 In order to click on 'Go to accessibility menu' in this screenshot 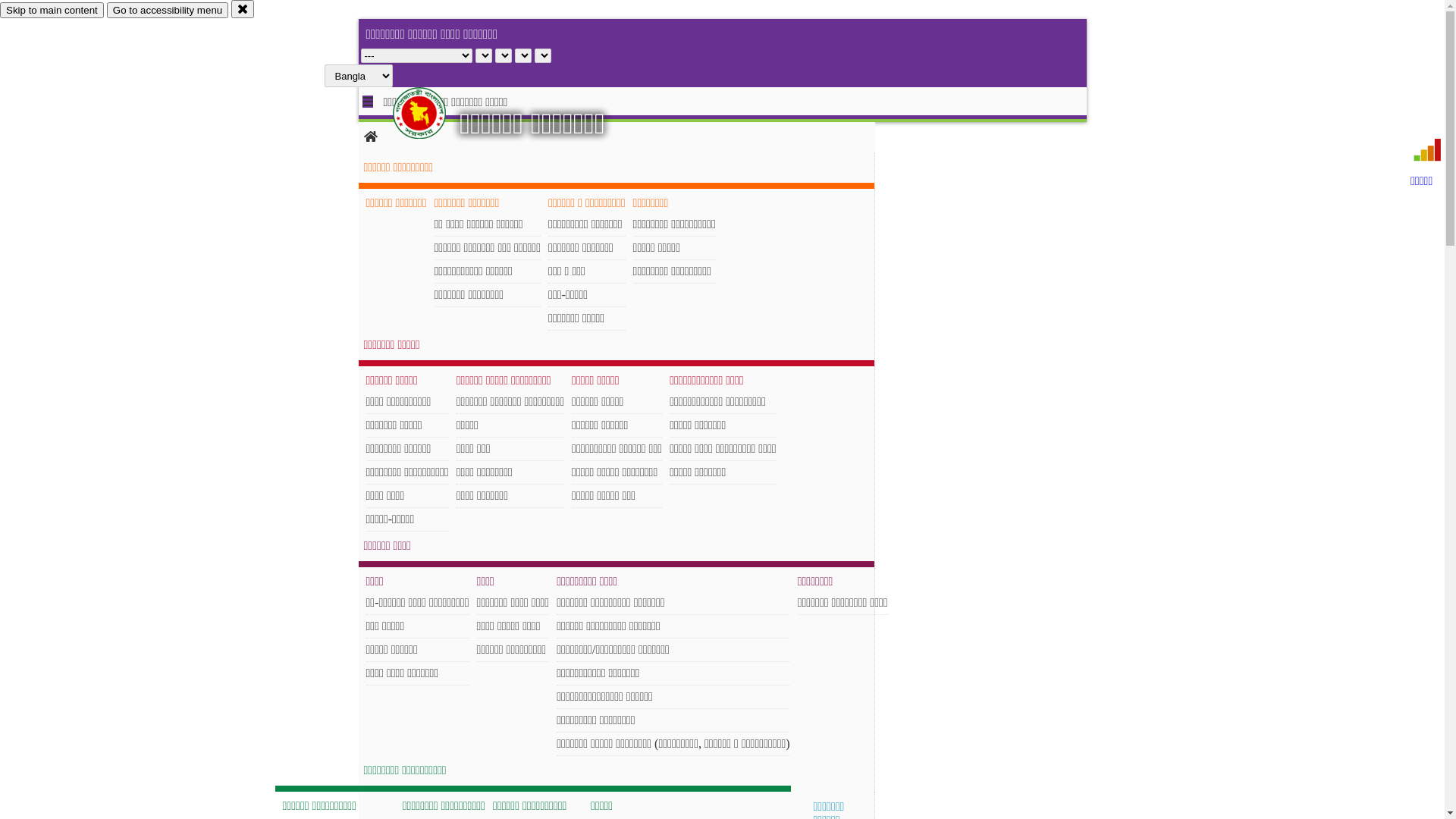, I will do `click(105, 10)`.